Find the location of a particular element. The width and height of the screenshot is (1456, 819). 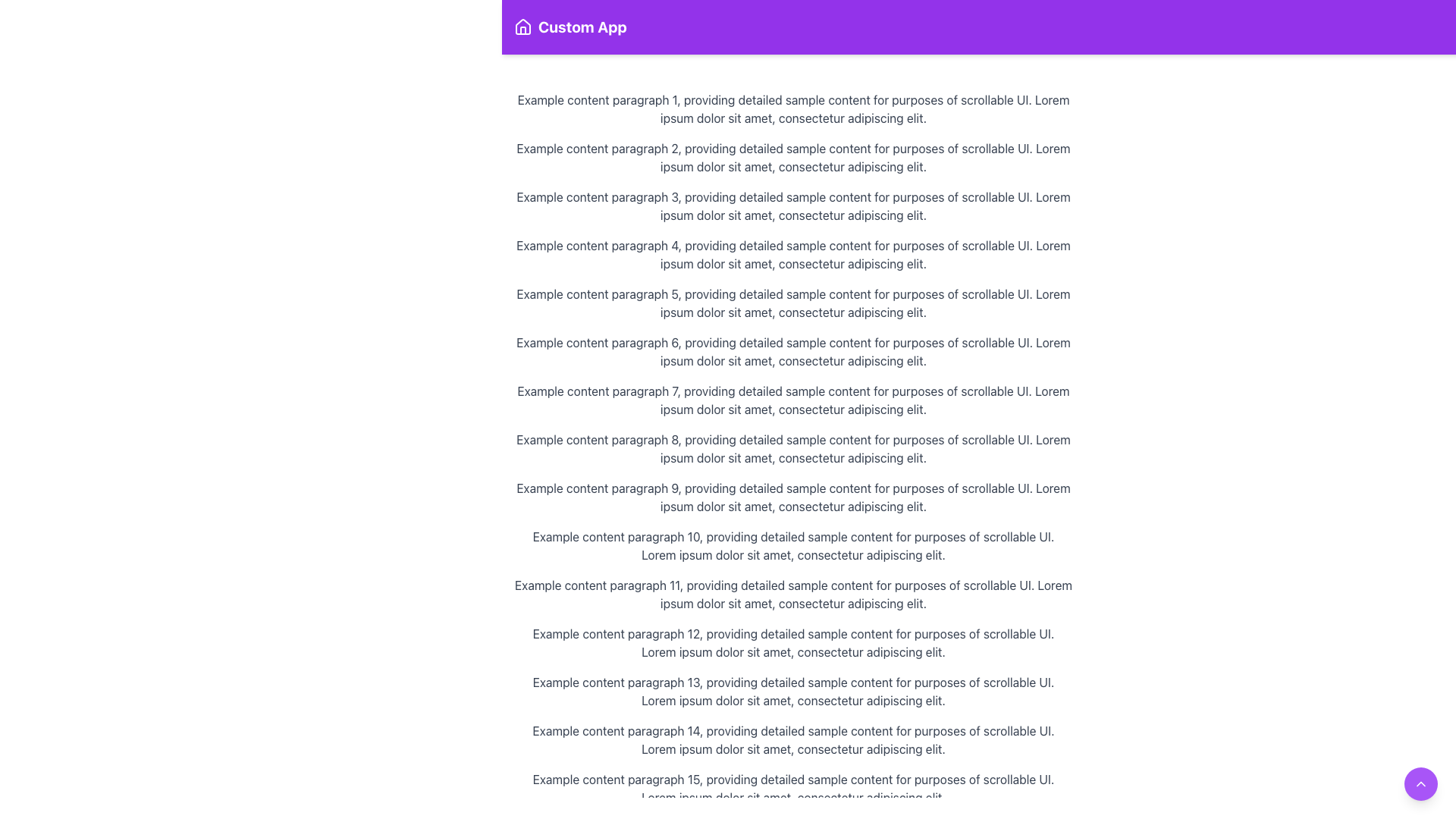

the text paragraph styled with a gray font color that contains the text: 'Example content paragraph 8, providing detailed sample content for purposes of scrollable UI.' is located at coordinates (792, 447).